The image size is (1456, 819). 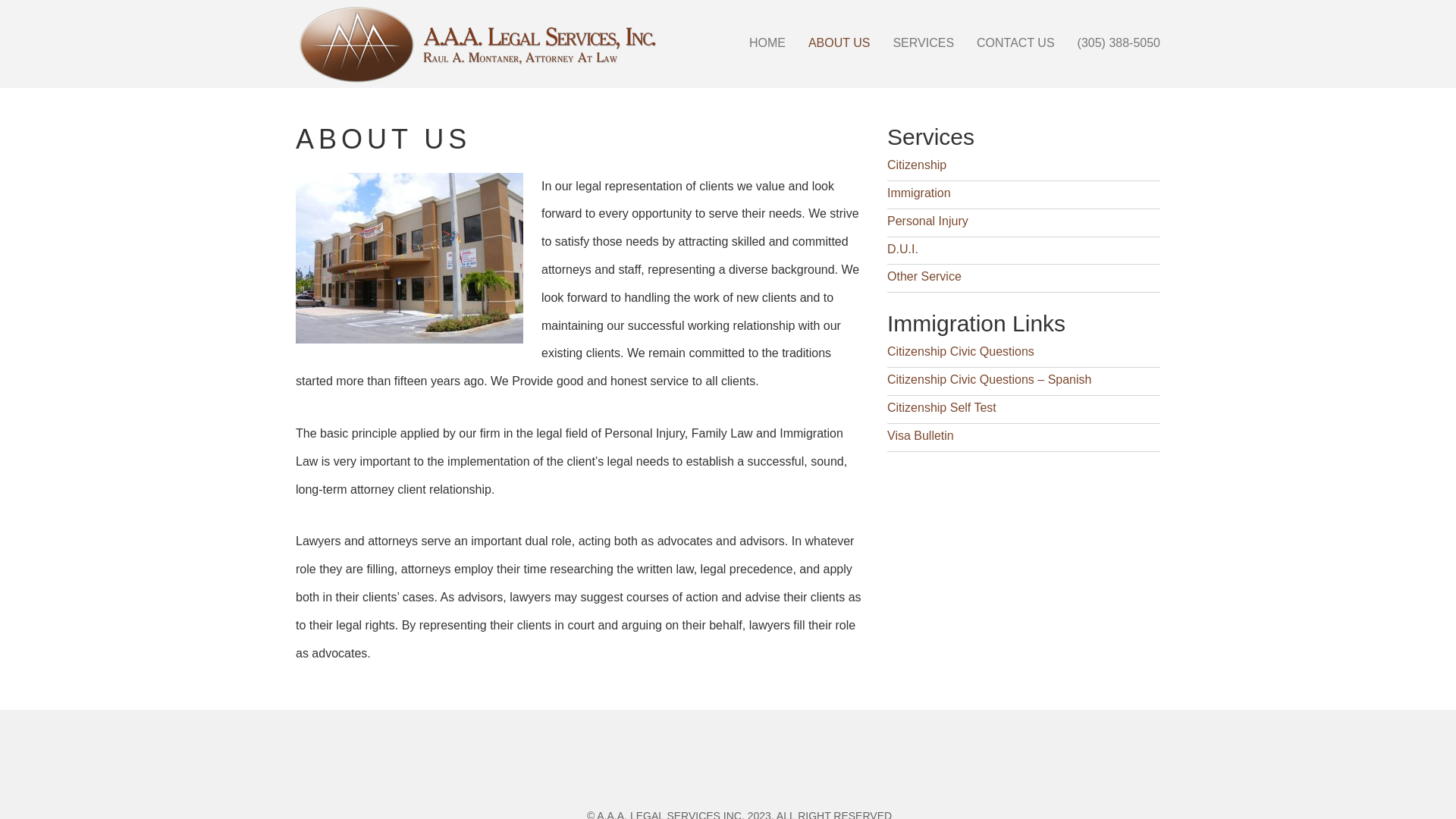 I want to click on 'ABOUT US', so click(x=839, y=42).